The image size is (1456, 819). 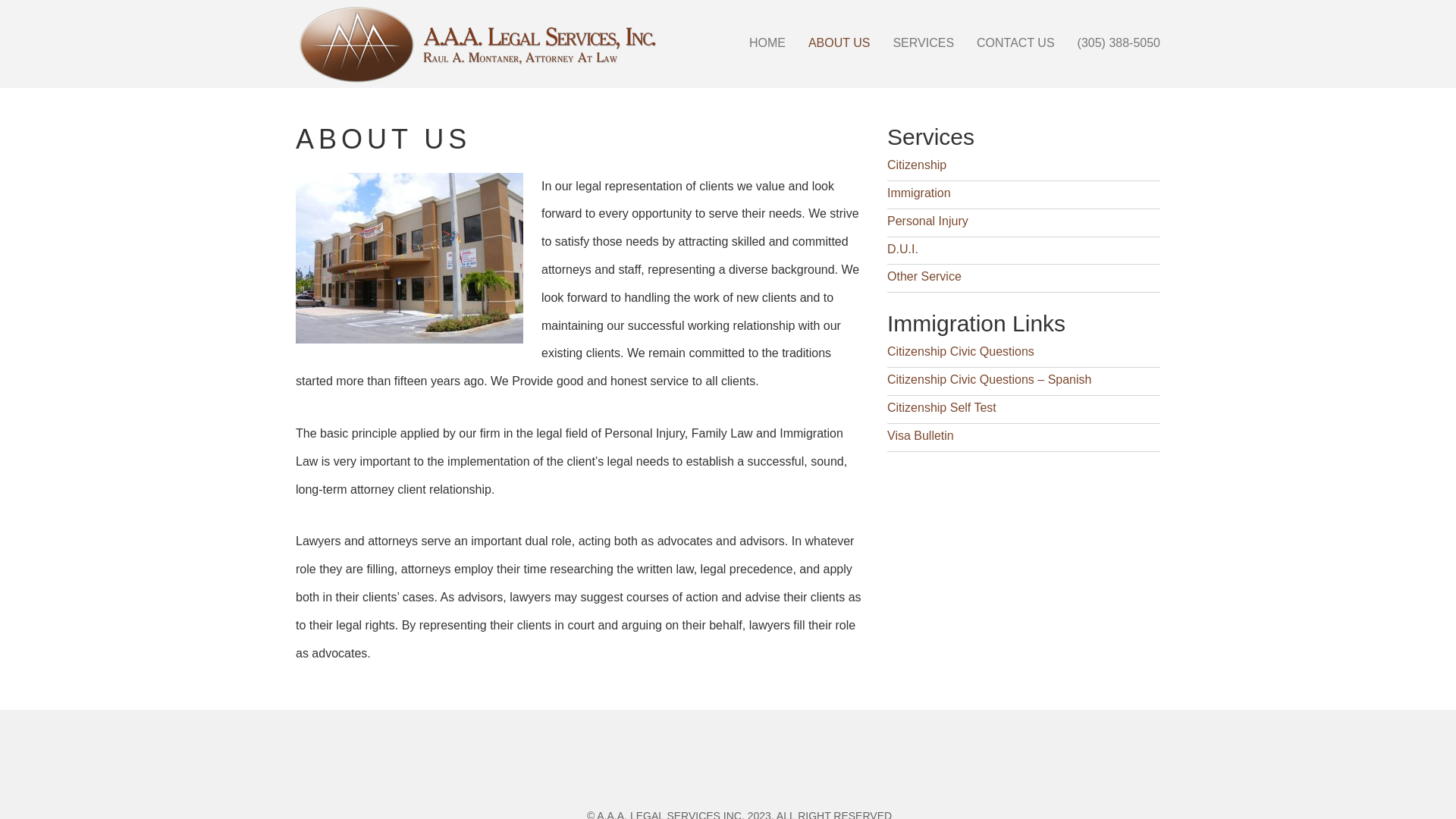 I want to click on 'ABOUT US', so click(x=839, y=42).